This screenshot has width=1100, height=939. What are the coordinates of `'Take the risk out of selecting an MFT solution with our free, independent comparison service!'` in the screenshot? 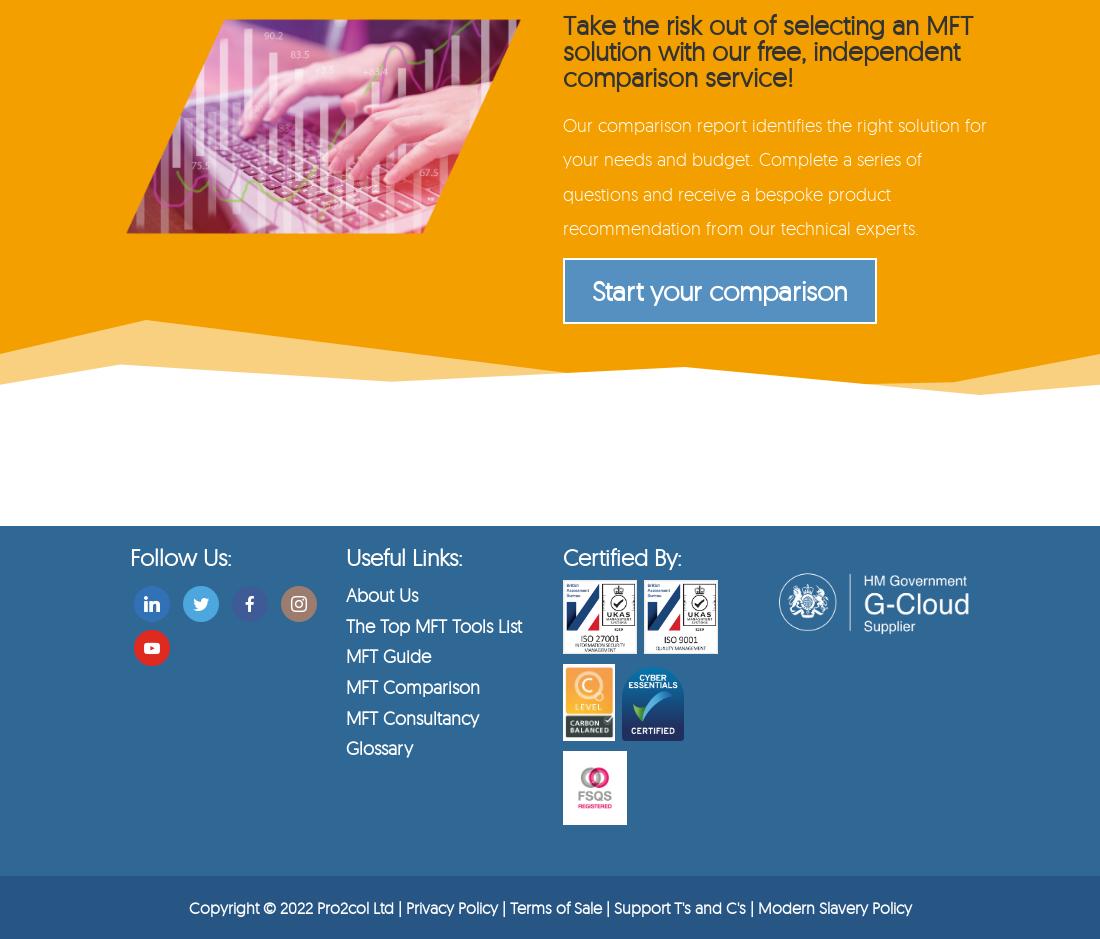 It's located at (768, 49).